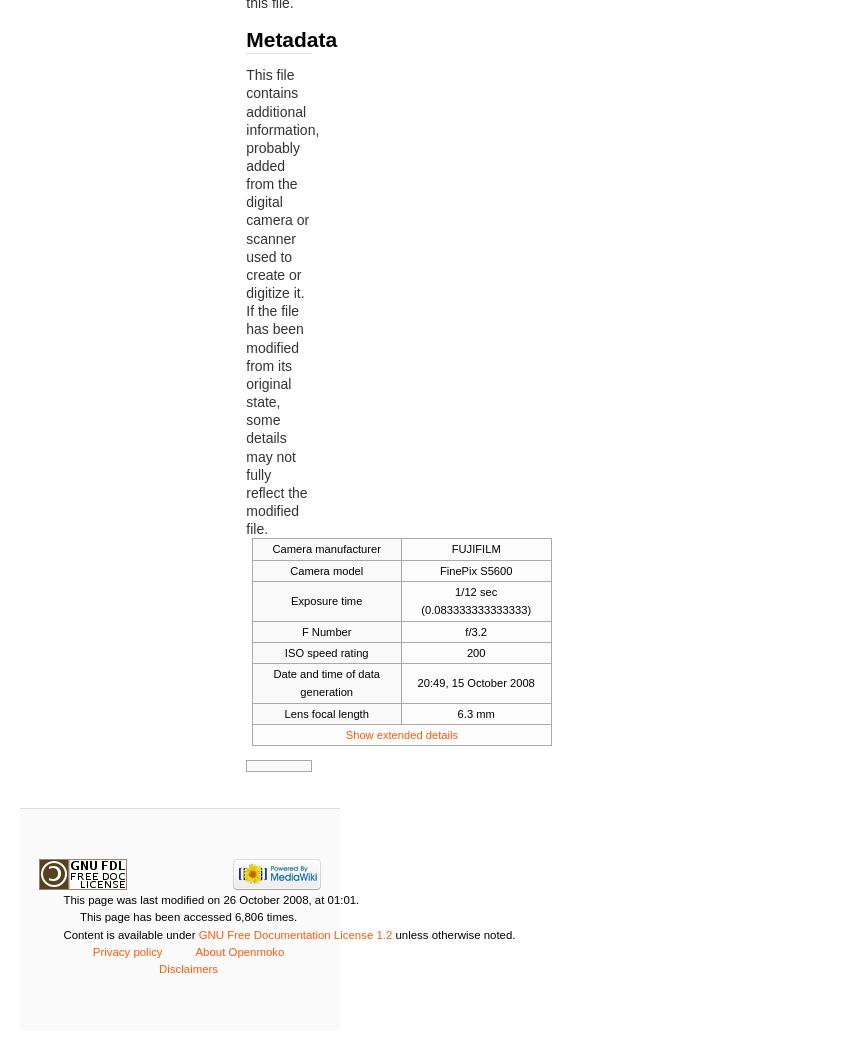  I want to click on 'This file contains additional information, probably added from the digital camera or scanner used to create or digitize it.
If the file has been modified from its original state, some details may not fully reflect the modified file.', so click(282, 301).